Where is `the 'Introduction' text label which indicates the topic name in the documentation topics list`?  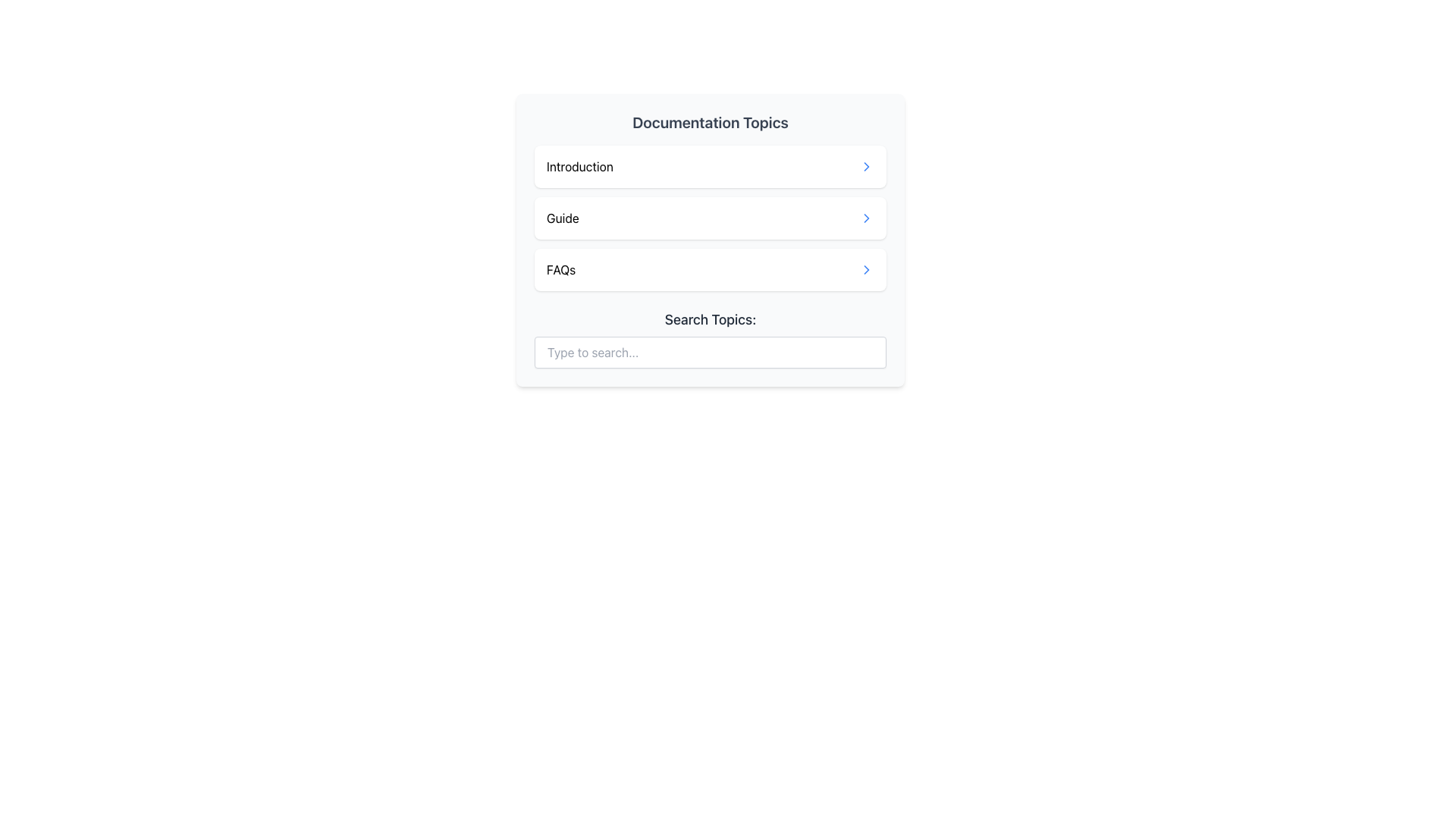 the 'Introduction' text label which indicates the topic name in the documentation topics list is located at coordinates (579, 166).